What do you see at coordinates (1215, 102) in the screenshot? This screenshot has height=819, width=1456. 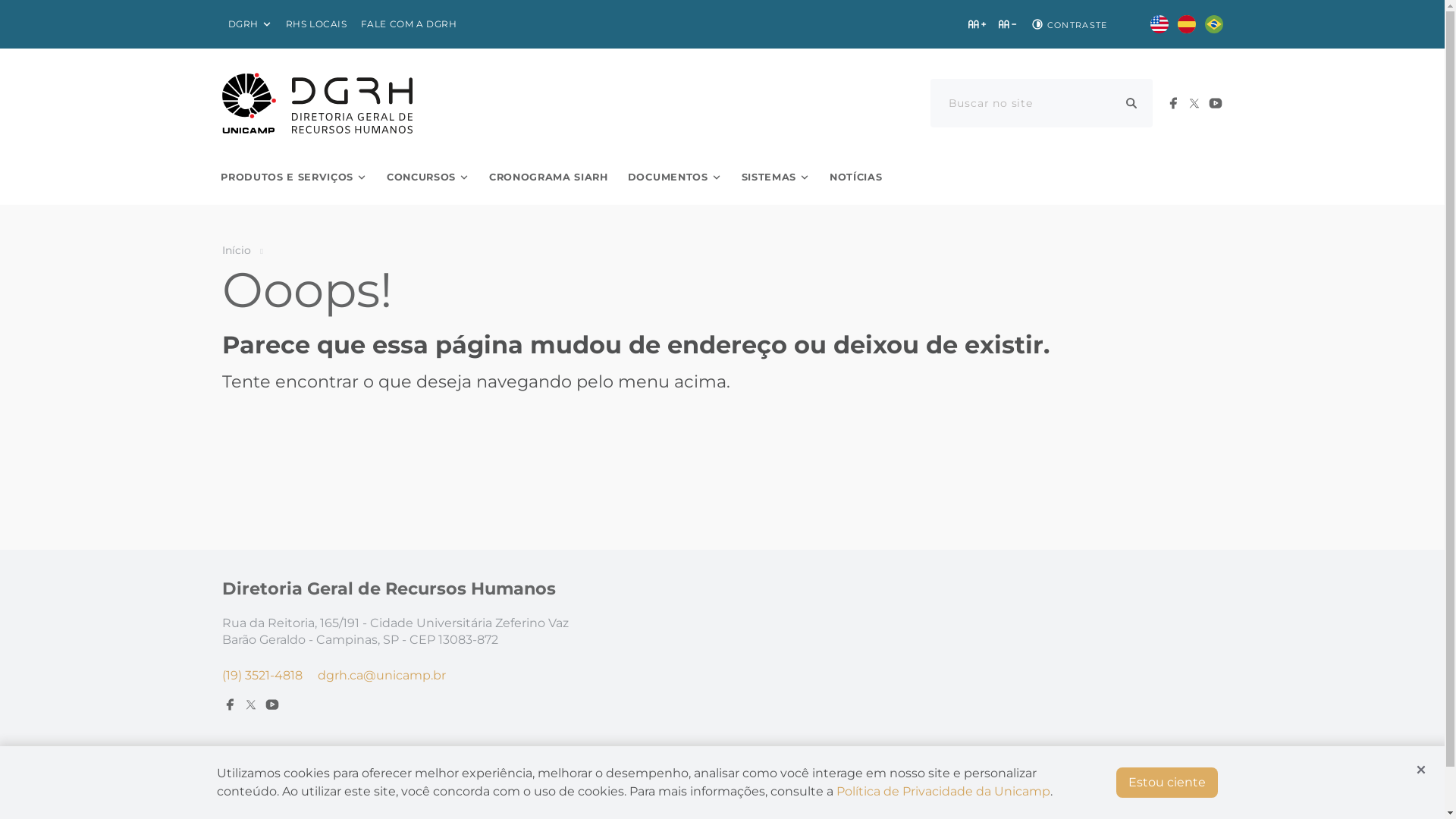 I see `'Link para o Youtube'` at bounding box center [1215, 102].